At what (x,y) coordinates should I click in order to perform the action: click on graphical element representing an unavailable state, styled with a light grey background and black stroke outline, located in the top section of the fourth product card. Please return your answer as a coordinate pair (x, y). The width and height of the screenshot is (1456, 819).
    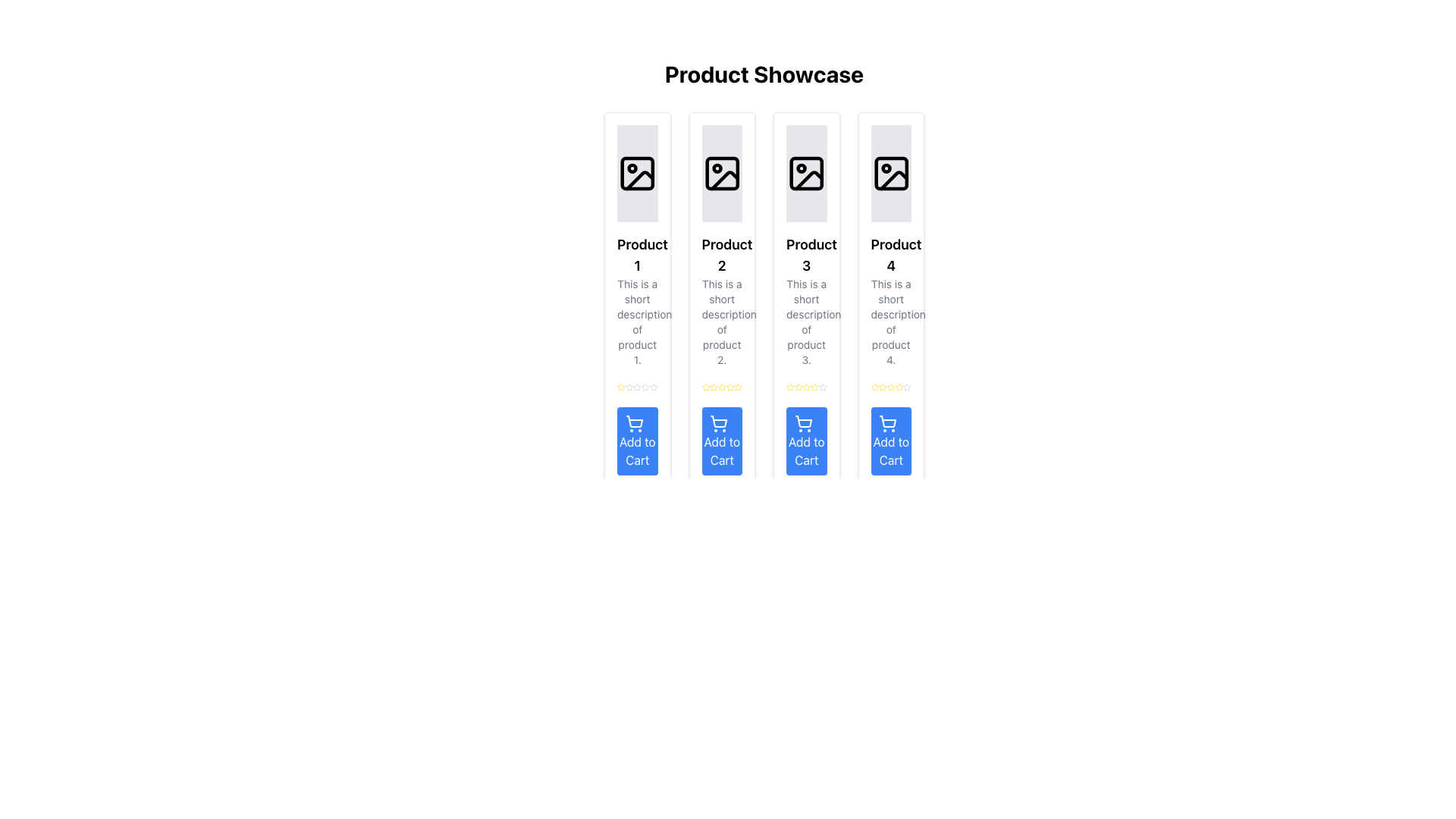
    Looking at the image, I should click on (893, 180).